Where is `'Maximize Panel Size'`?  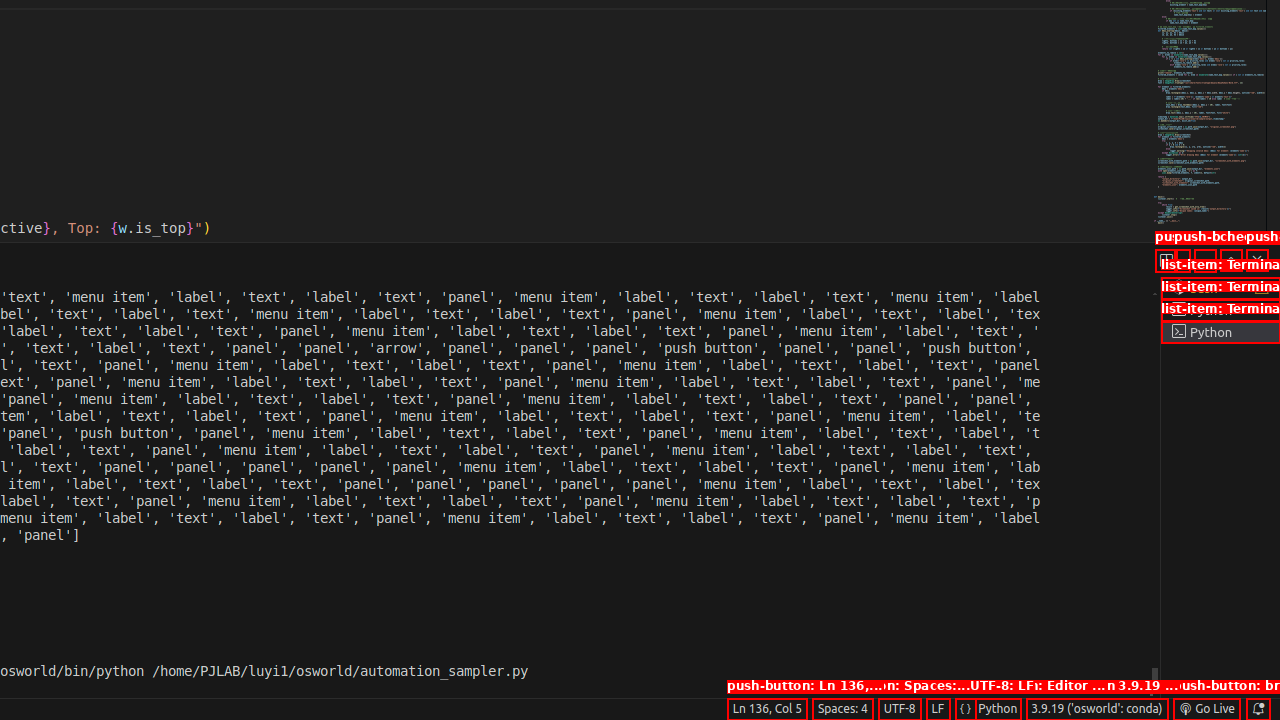
'Maximize Panel Size' is located at coordinates (1229, 258).